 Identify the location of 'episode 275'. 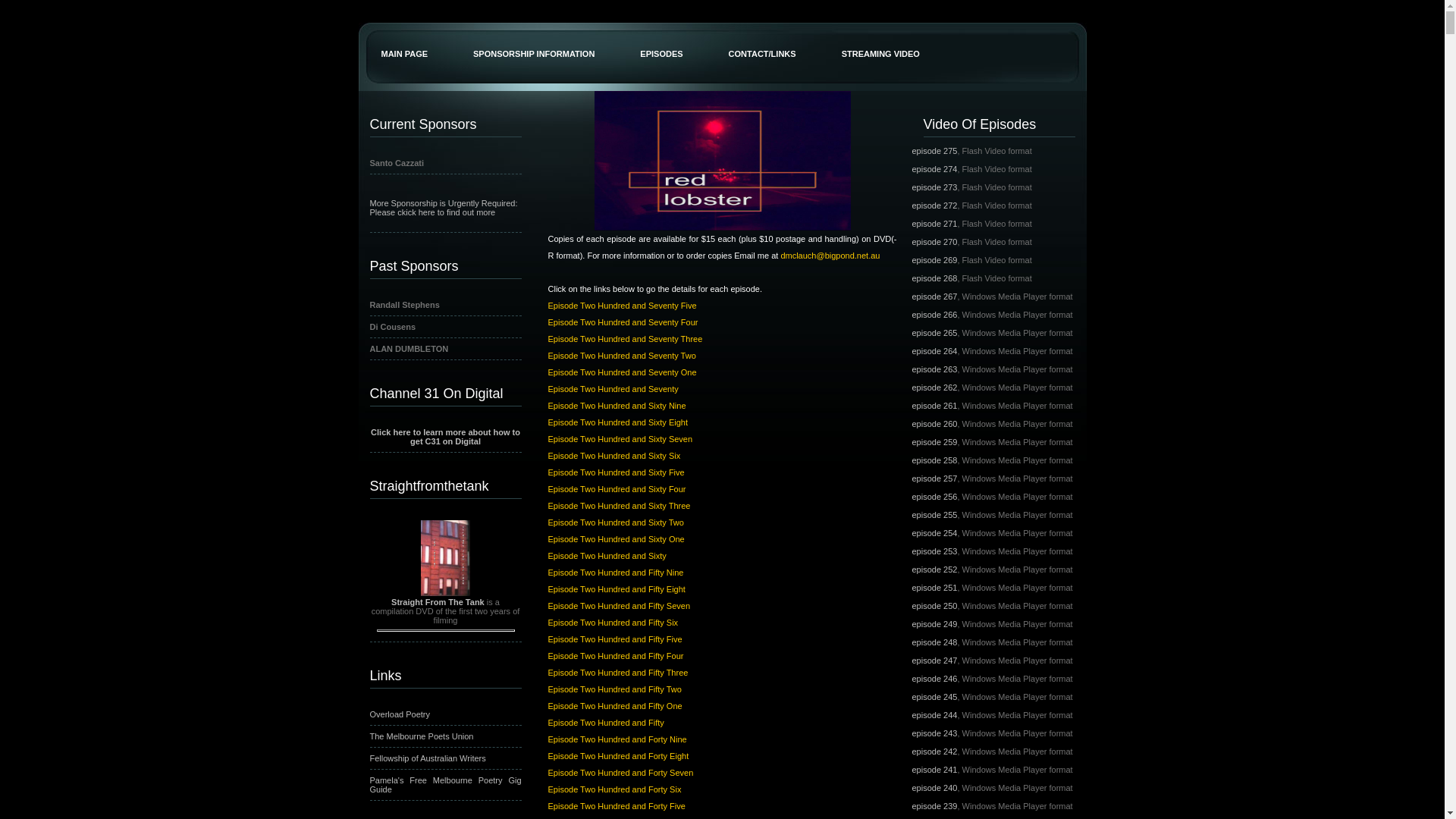
(934, 151).